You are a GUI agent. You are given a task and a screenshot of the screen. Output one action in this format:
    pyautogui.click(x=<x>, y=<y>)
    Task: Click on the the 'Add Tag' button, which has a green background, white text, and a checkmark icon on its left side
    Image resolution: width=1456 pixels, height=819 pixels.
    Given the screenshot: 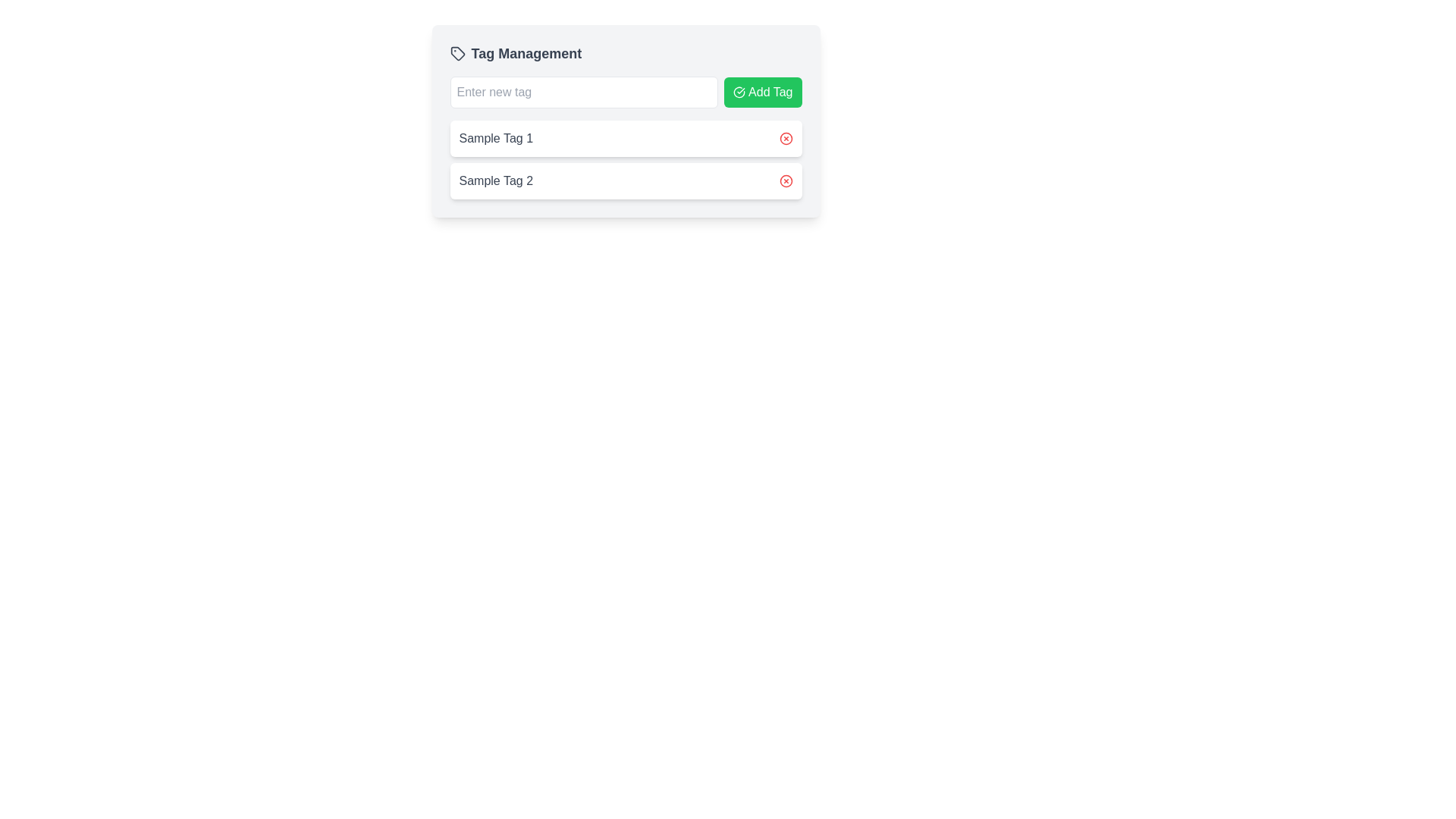 What is the action you would take?
    pyautogui.click(x=763, y=93)
    